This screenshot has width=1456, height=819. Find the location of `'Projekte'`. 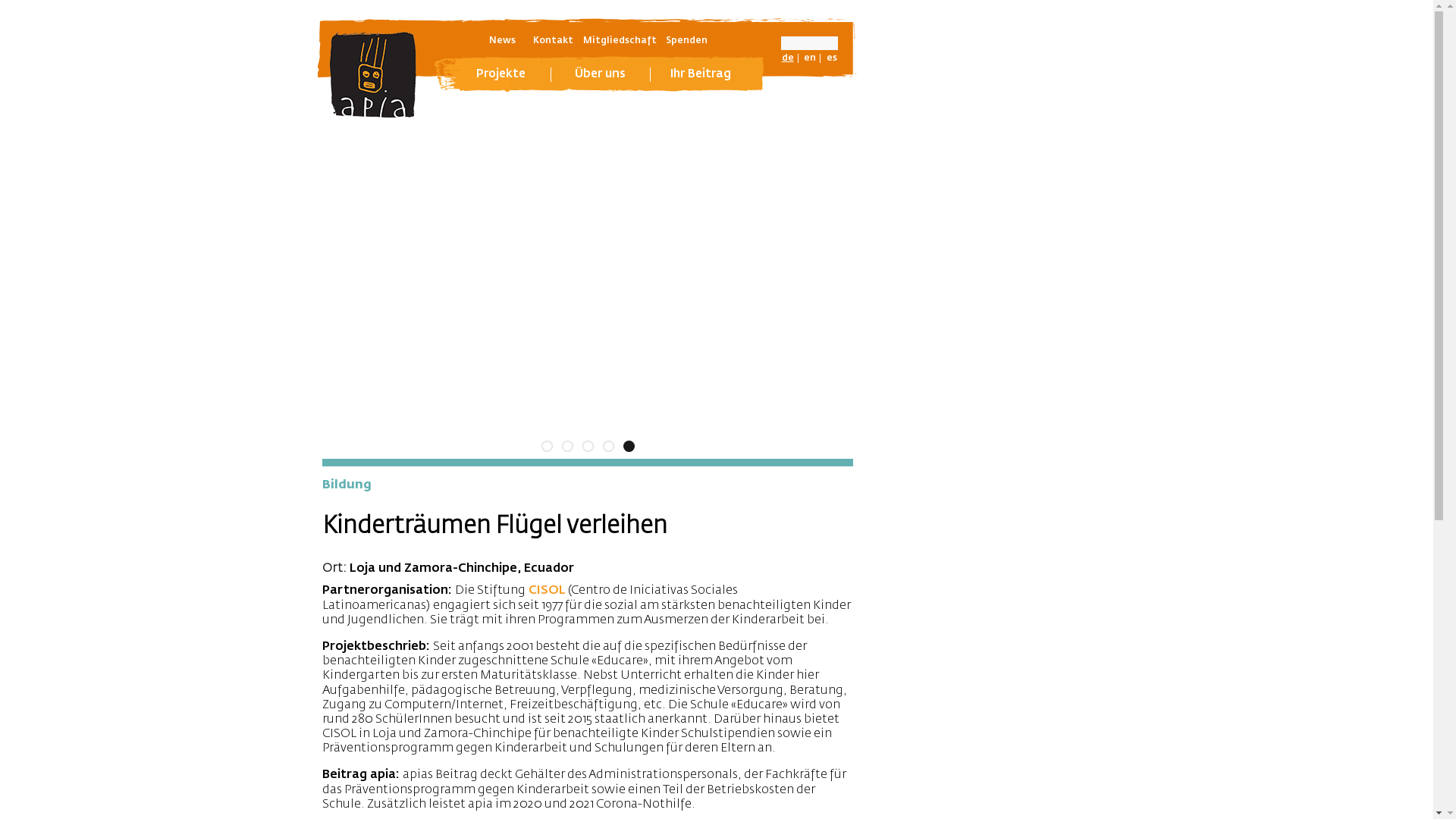

'Projekte' is located at coordinates (501, 74).